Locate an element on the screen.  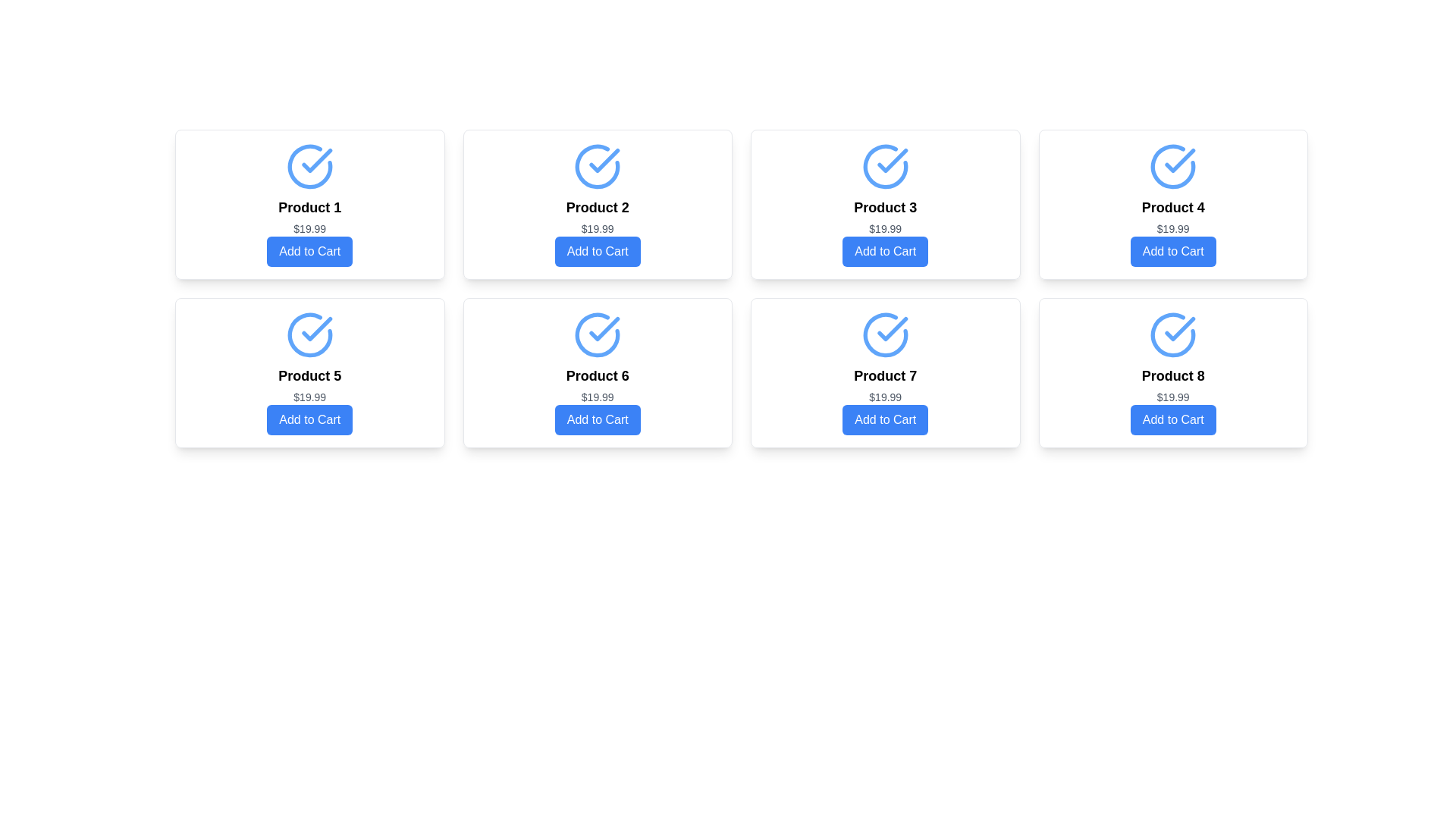
the blue circular checkmark icon located at the top of the 'Product 1' card for more information is located at coordinates (309, 166).